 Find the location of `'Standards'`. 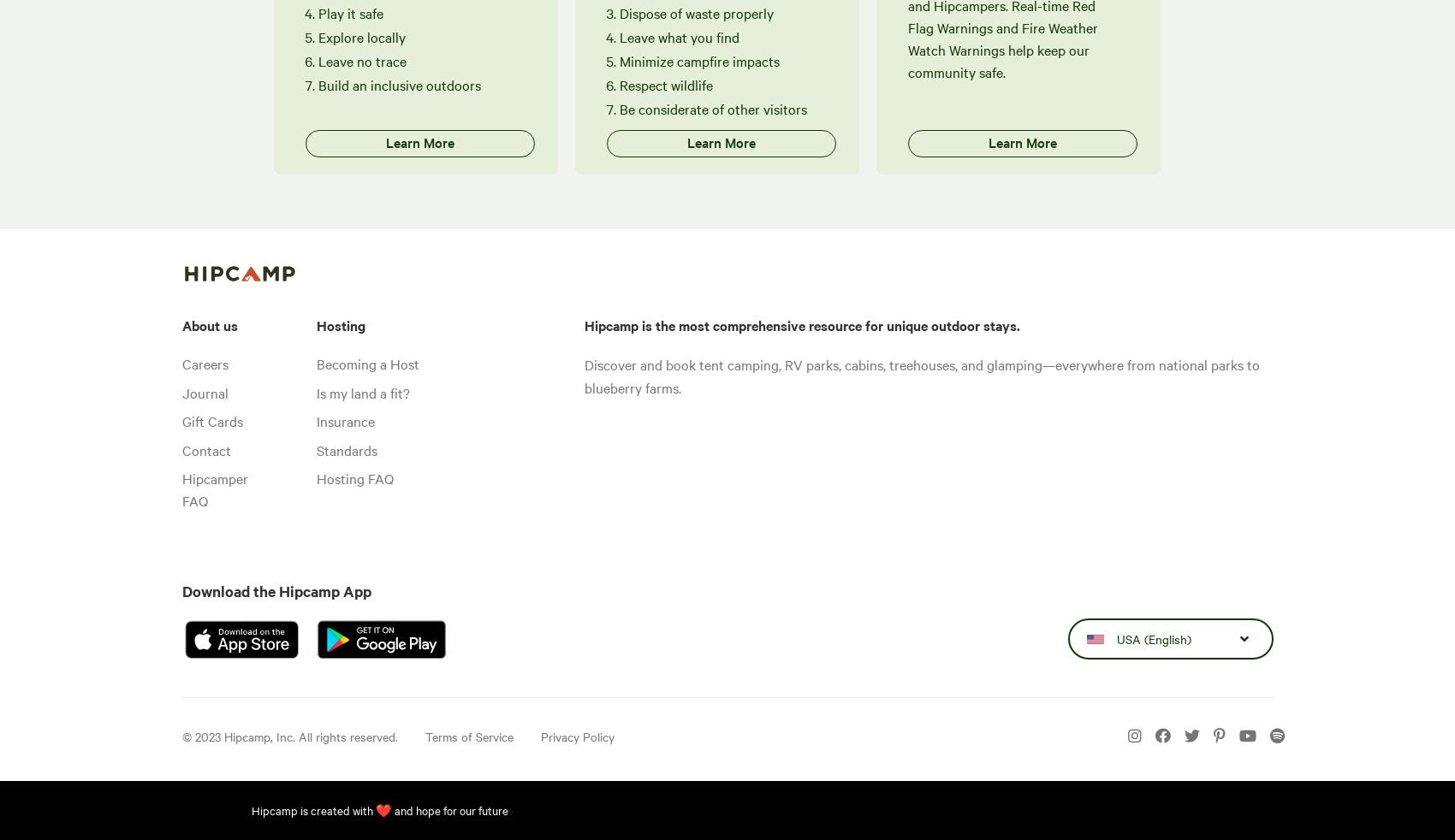

'Standards' is located at coordinates (315, 447).